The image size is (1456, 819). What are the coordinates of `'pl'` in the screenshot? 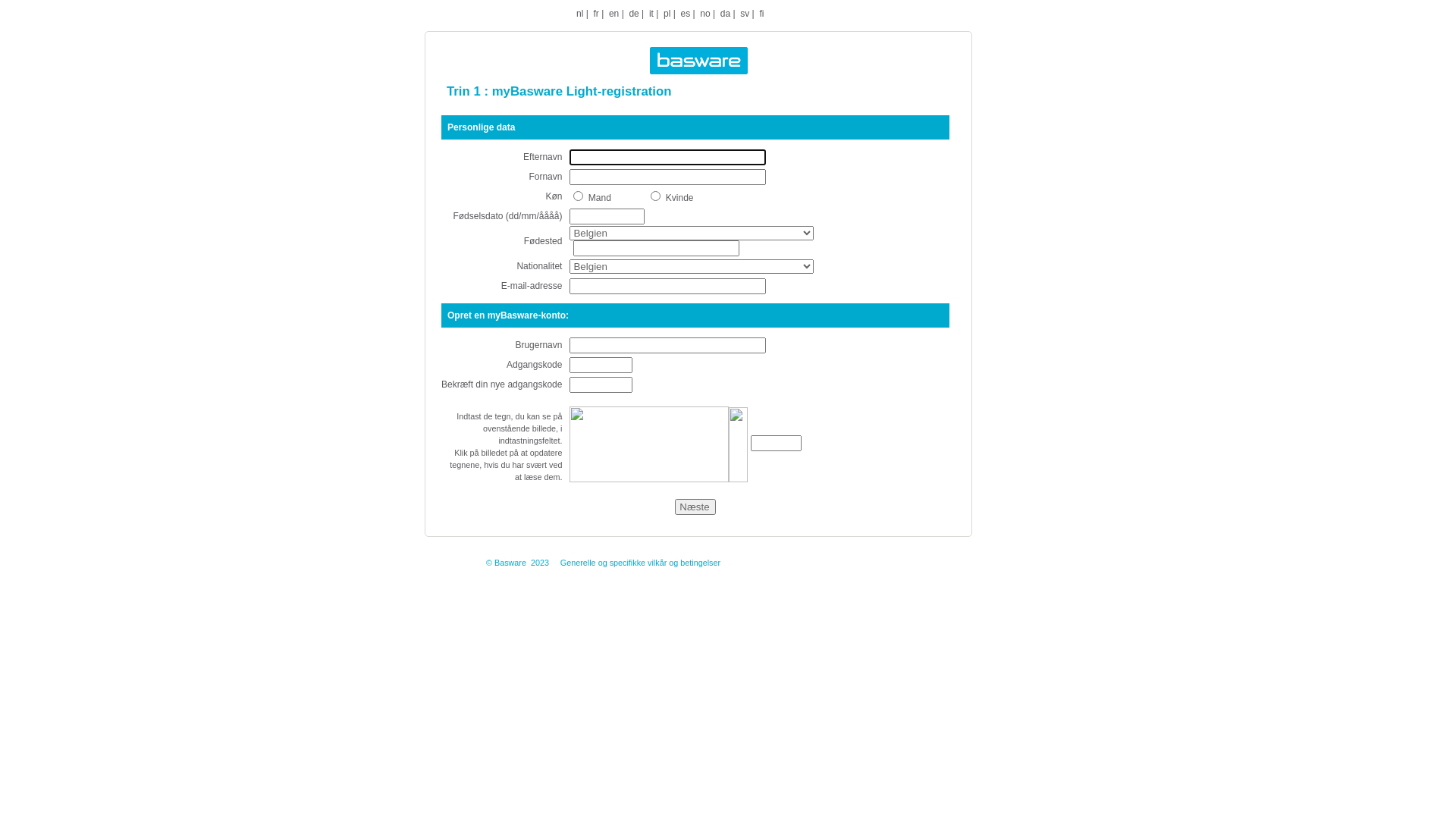 It's located at (667, 14).